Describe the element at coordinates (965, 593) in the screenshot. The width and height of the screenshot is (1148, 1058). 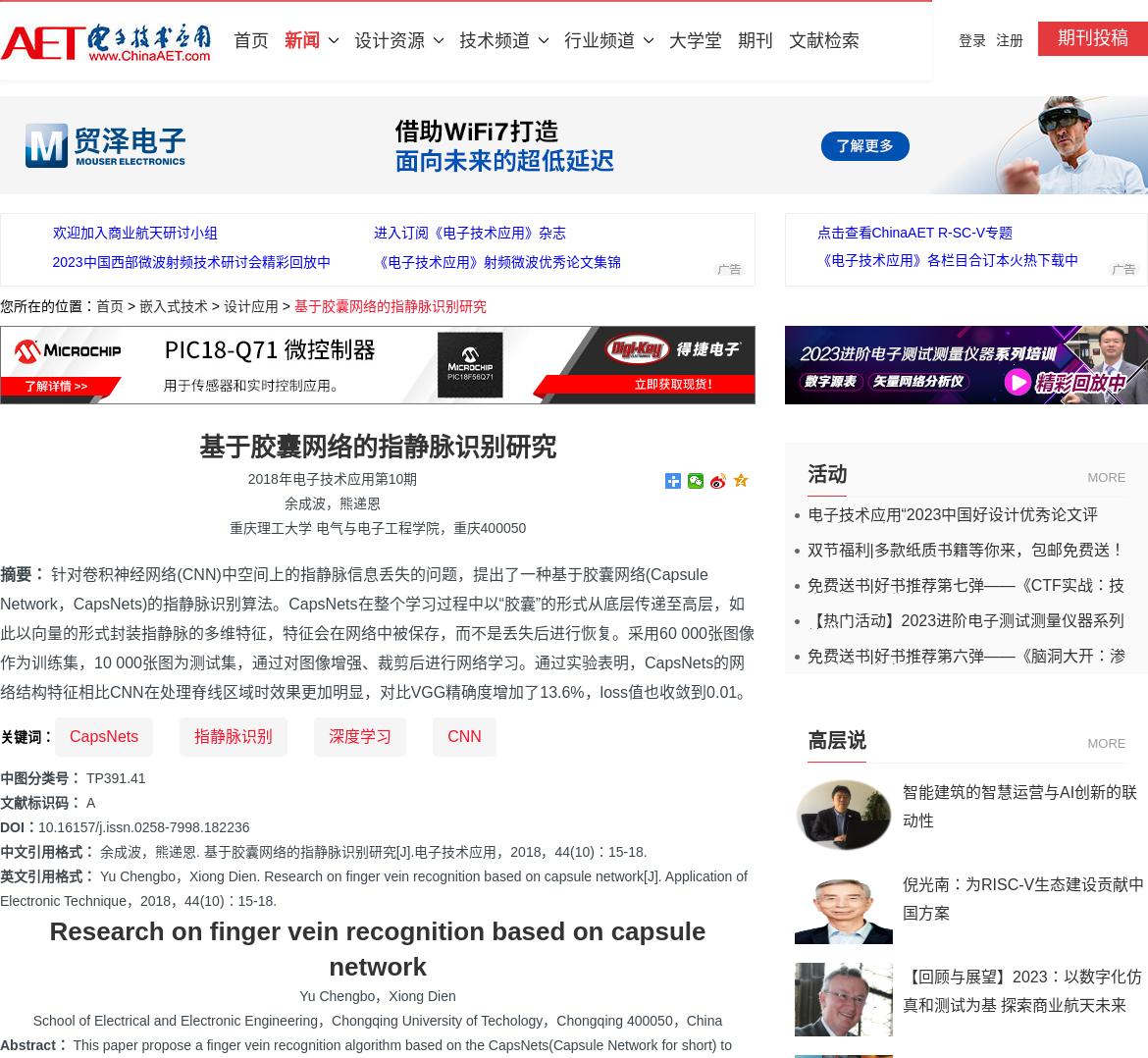
I see `'免费送书|好书推荐第七弹——《CTF实战：技术、解题与进阶》'` at that location.